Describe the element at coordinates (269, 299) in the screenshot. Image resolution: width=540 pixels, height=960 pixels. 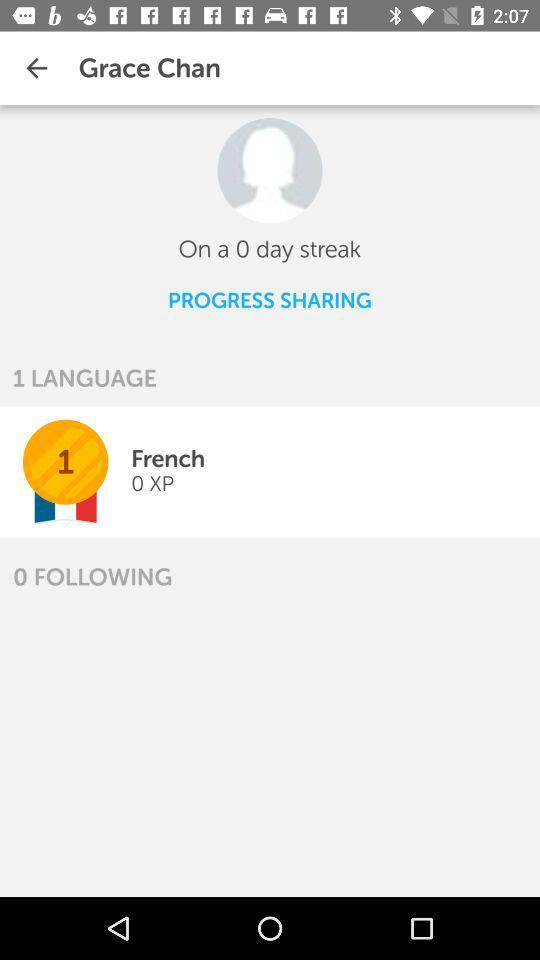
I see `icon above 1 language item` at that location.